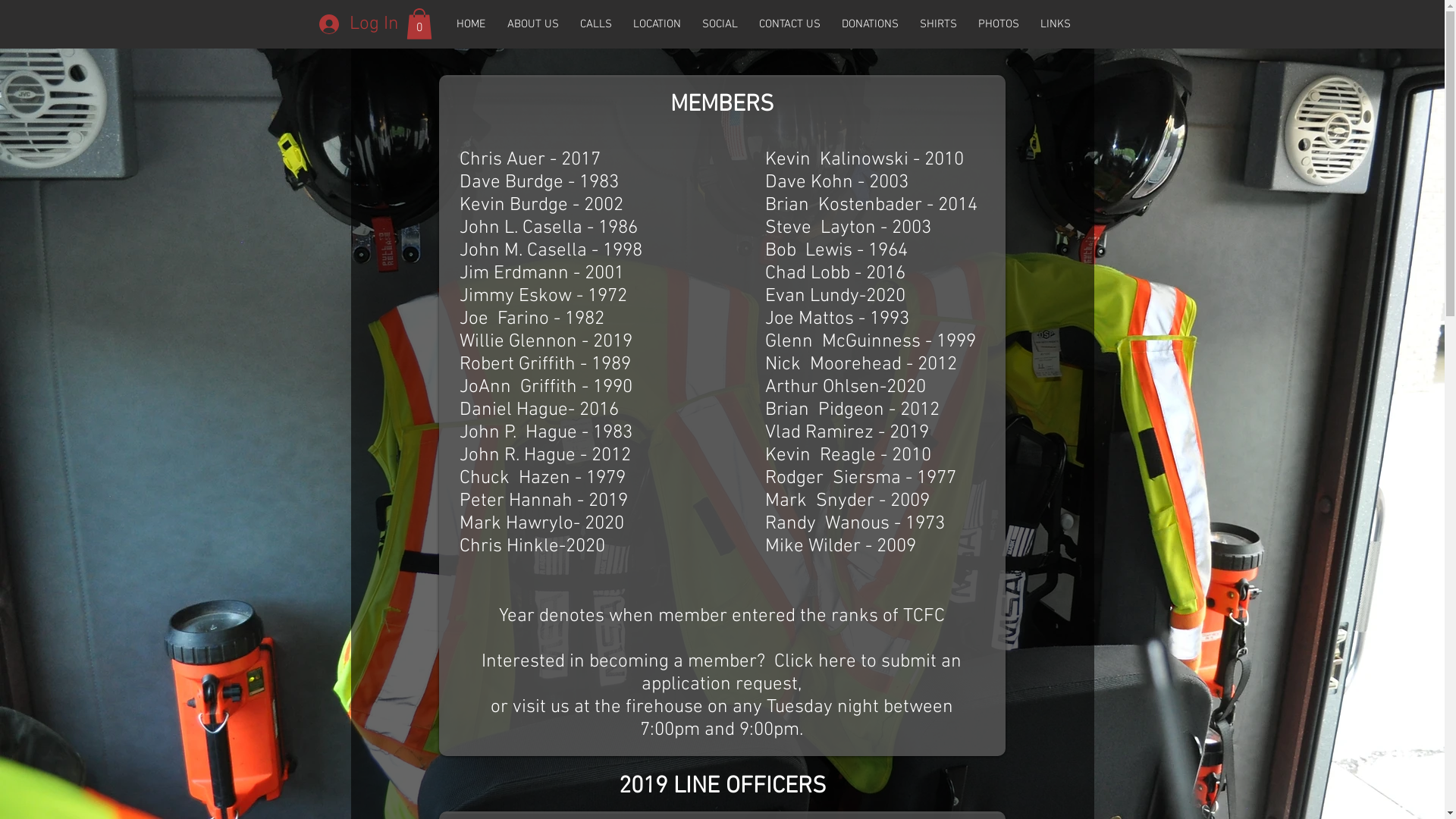 Image resolution: width=1456 pixels, height=819 pixels. Describe the element at coordinates (307, 24) in the screenshot. I see `'Log In'` at that location.